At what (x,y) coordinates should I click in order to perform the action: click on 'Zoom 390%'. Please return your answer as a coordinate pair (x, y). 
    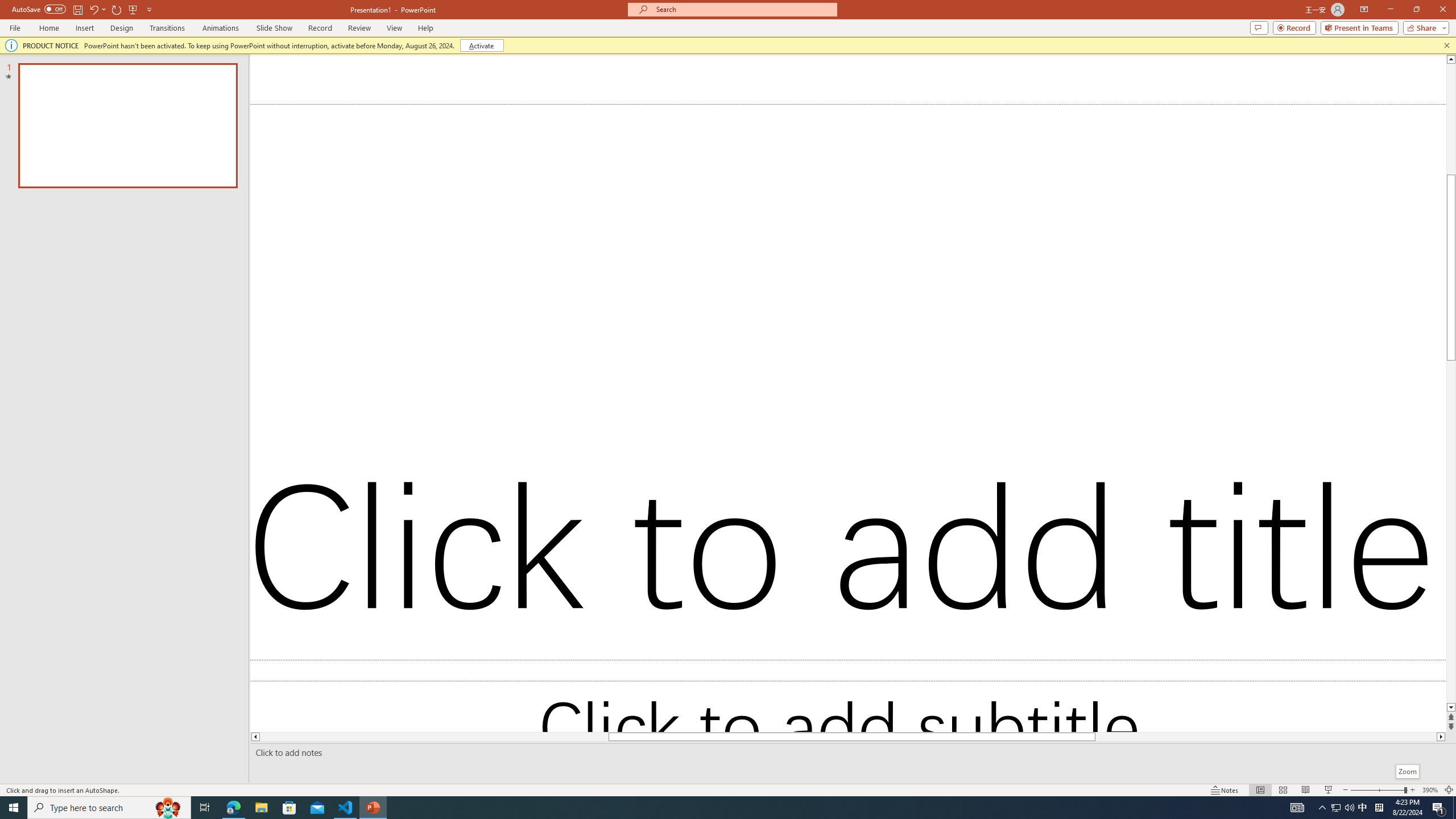
    Looking at the image, I should click on (1430, 790).